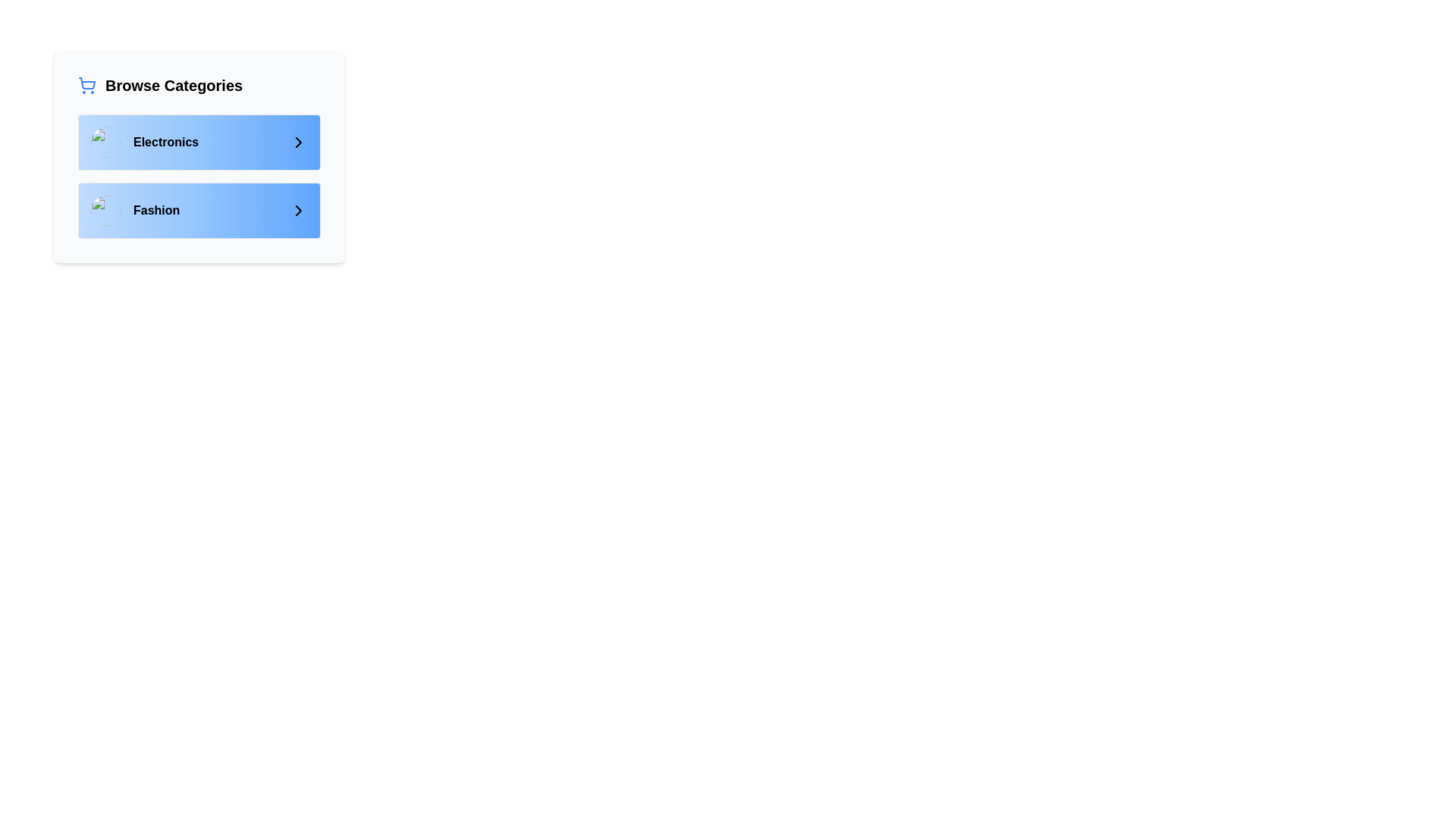 Image resolution: width=1456 pixels, height=819 pixels. I want to click on the right-pointing chevron icon with a black outline located on the right side of the 'Electronics' category item, so click(298, 143).